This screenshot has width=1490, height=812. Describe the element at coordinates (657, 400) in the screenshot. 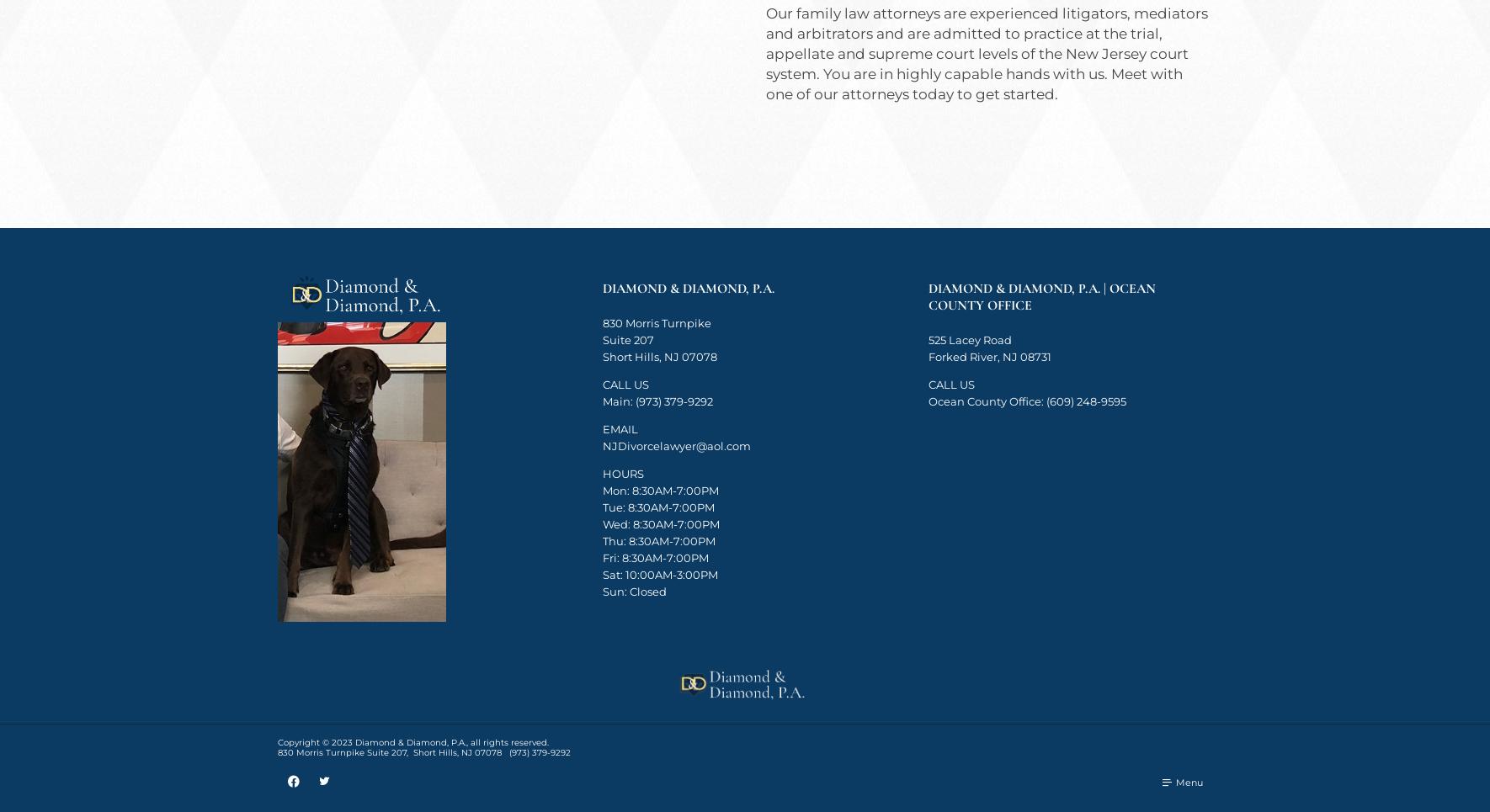

I see `'Main: (973) 379-9292'` at that location.